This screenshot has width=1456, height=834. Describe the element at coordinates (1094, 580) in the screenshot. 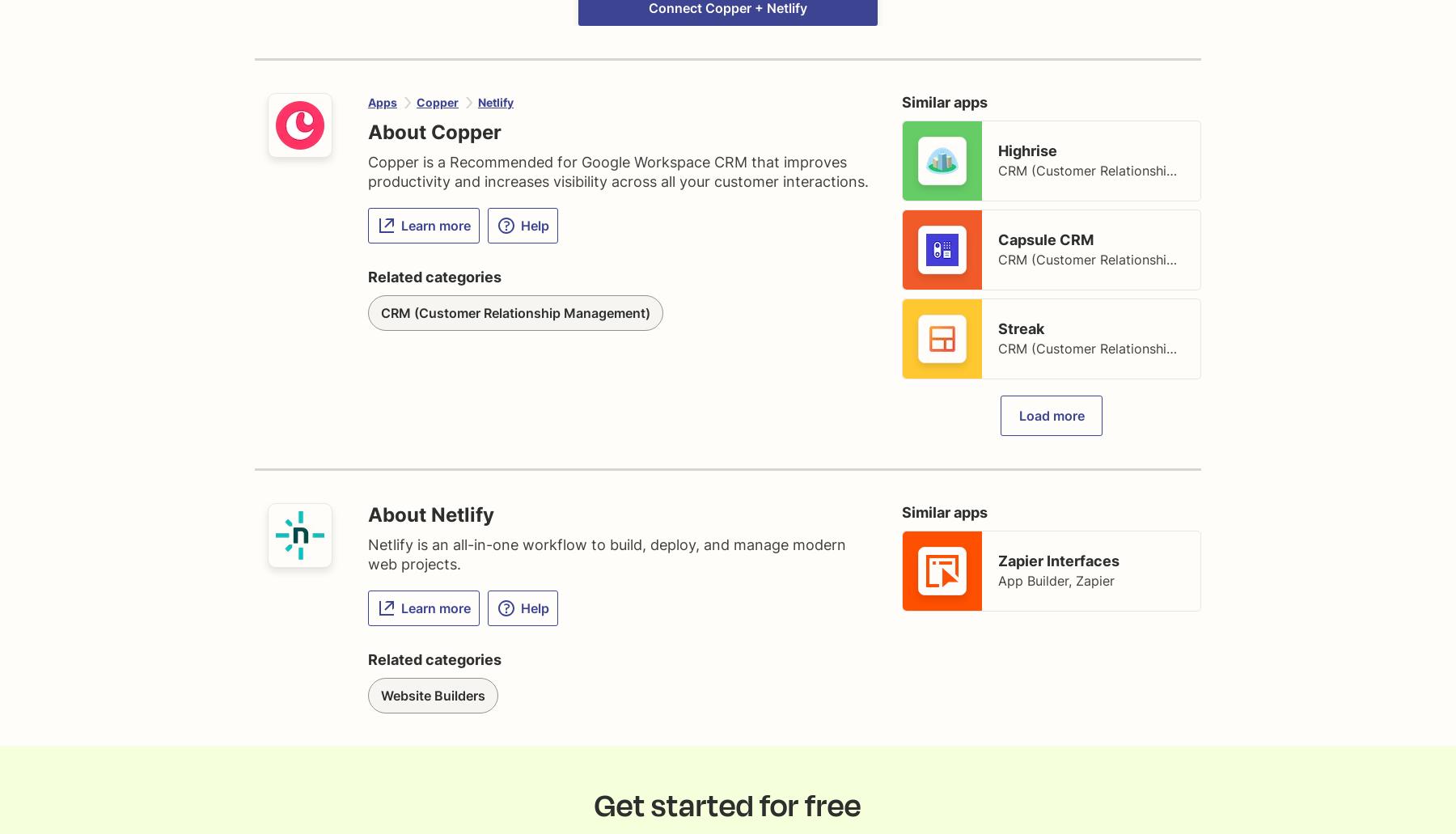

I see `'Zapier'` at that location.